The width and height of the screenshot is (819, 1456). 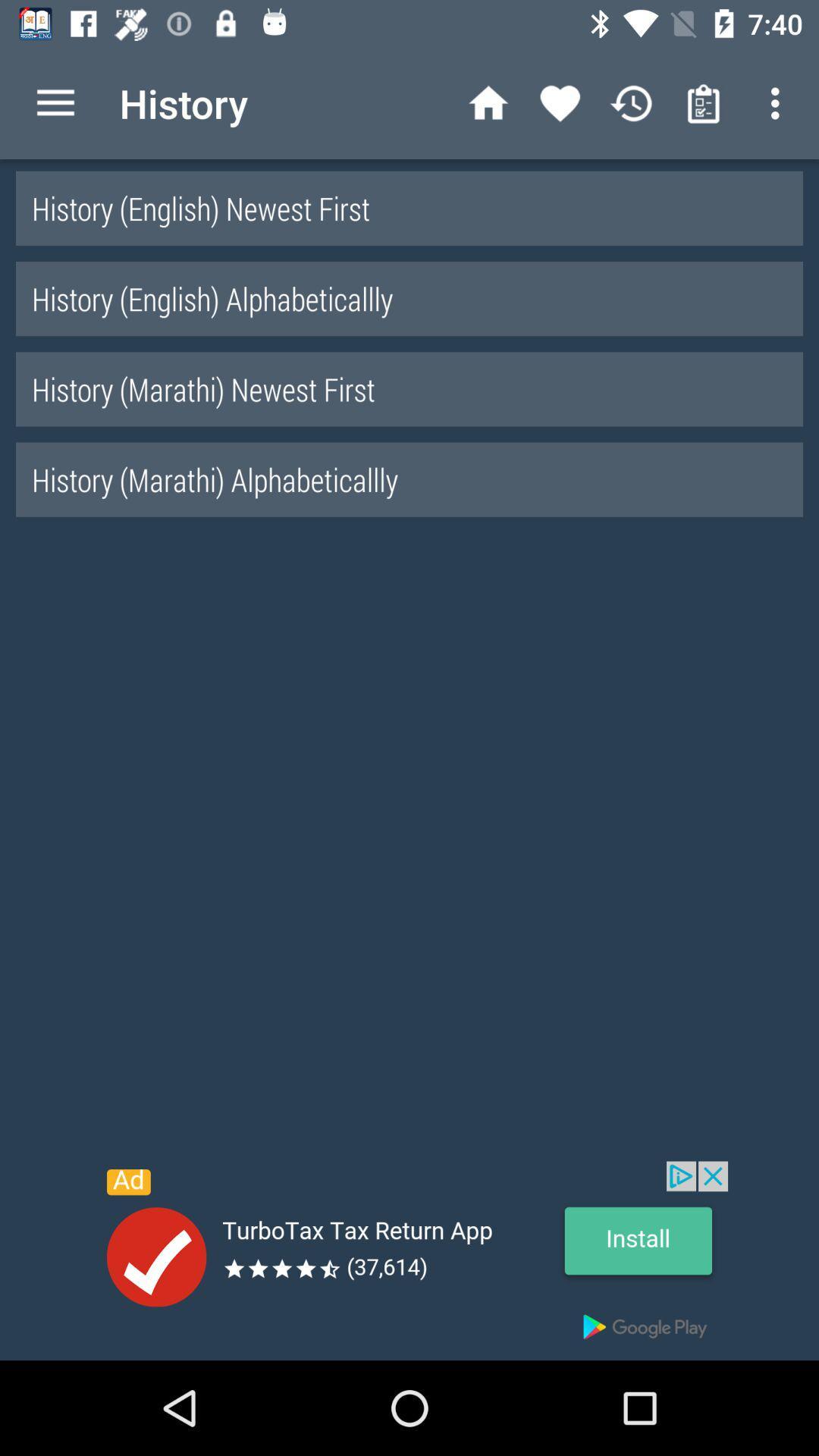 What do you see at coordinates (409, 389) in the screenshot?
I see `the second last line text at bottom of the page` at bounding box center [409, 389].